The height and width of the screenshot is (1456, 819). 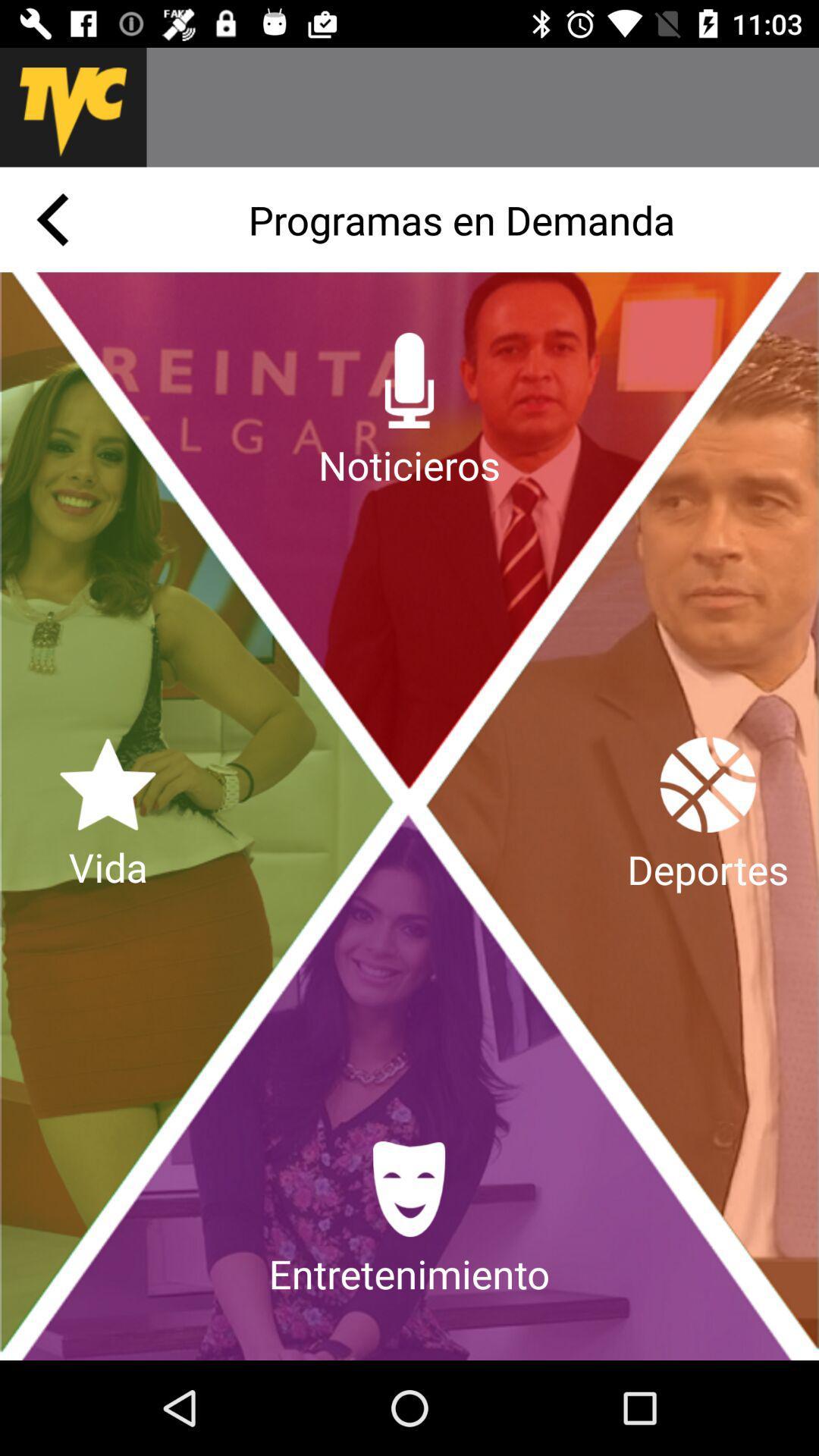 I want to click on the item below programas en demanda item, so click(x=409, y=412).